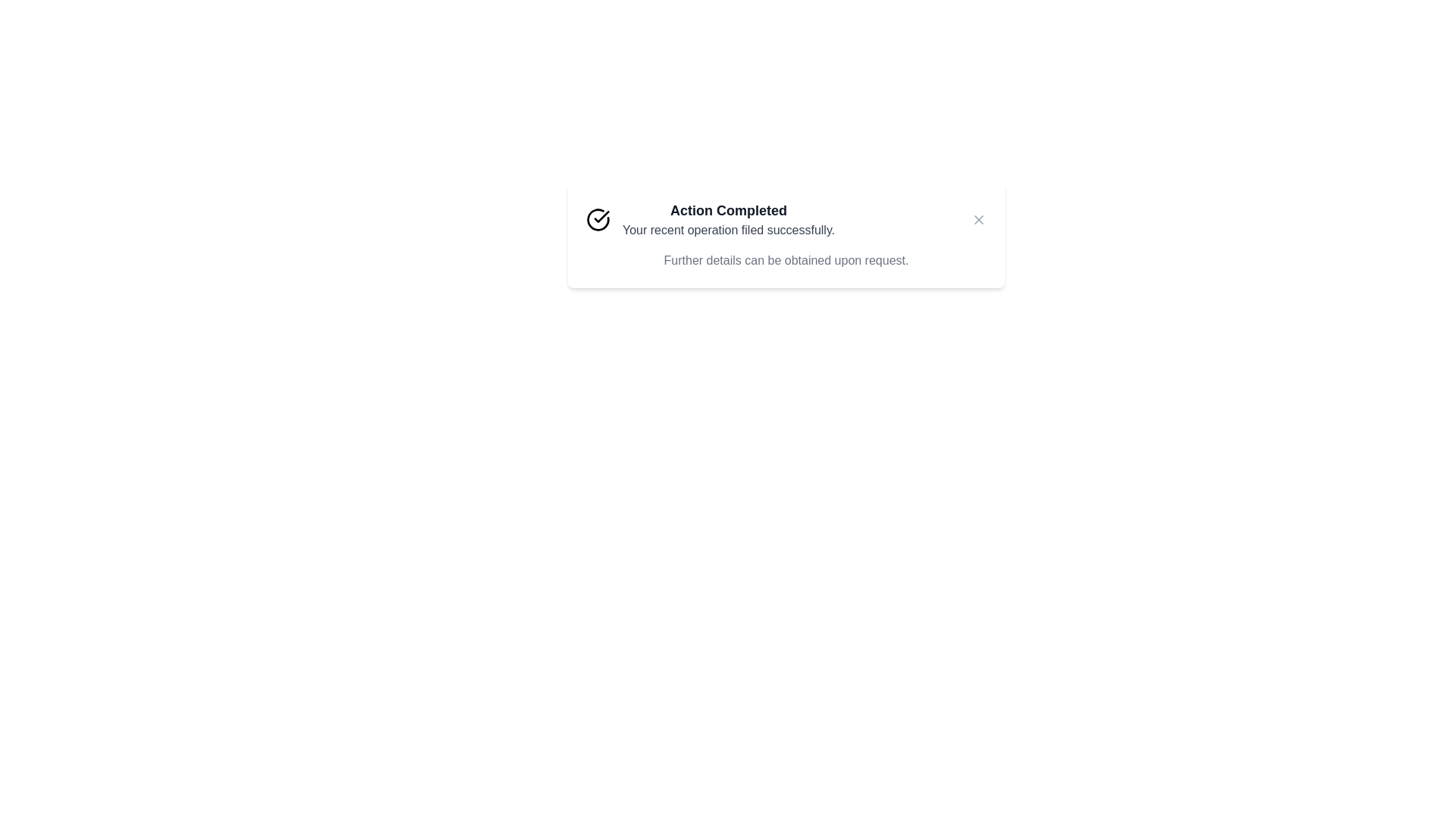 This screenshot has width=1456, height=819. I want to click on the small gray button styled as an 'X' located at the upper-right corner of the notification panel to observe its color change upon hovering, so click(979, 219).